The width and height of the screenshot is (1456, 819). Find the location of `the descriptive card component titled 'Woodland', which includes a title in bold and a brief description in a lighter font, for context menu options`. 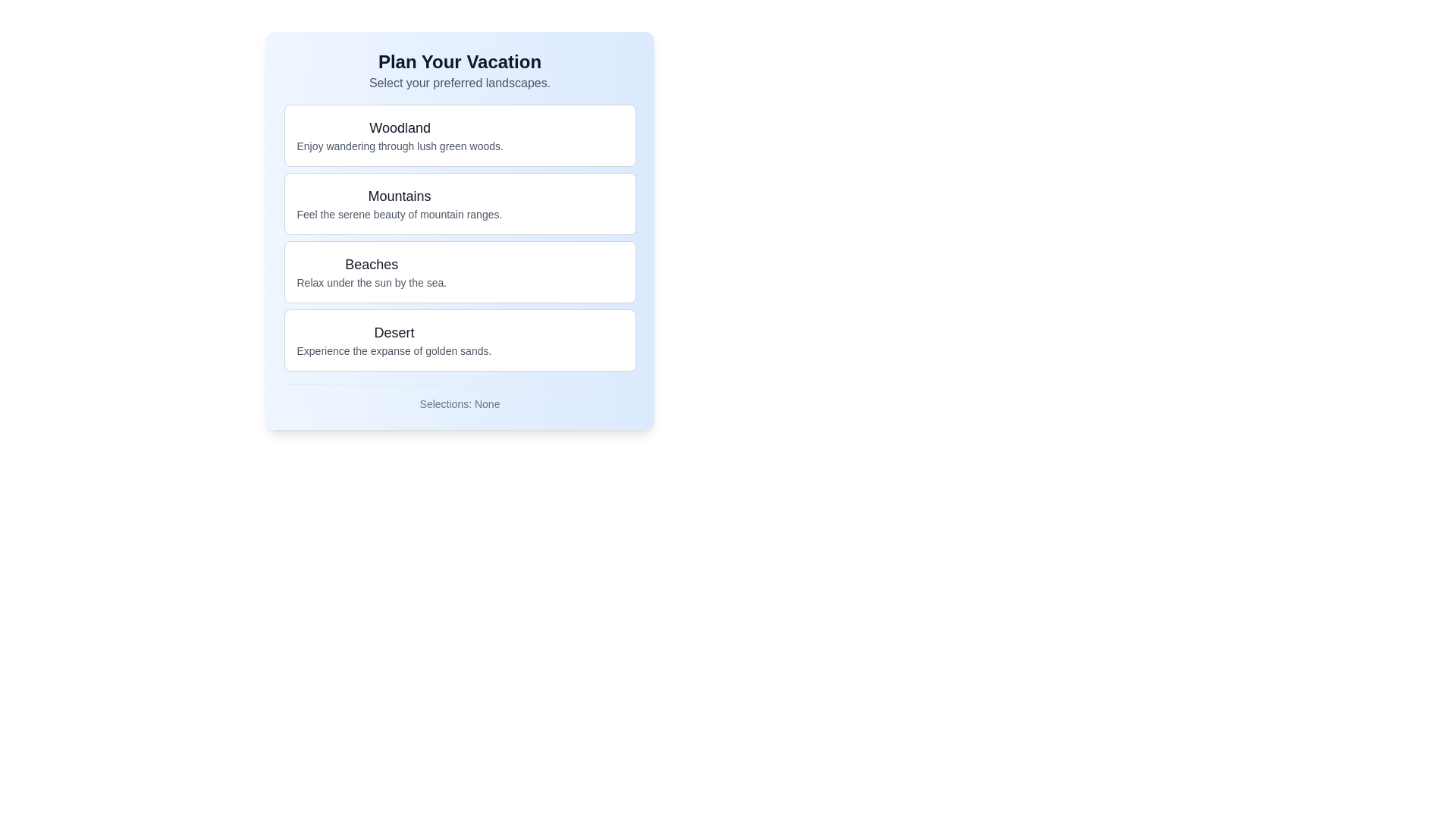

the descriptive card component titled 'Woodland', which includes a title in bold and a brief description in a lighter font, for context menu options is located at coordinates (400, 134).